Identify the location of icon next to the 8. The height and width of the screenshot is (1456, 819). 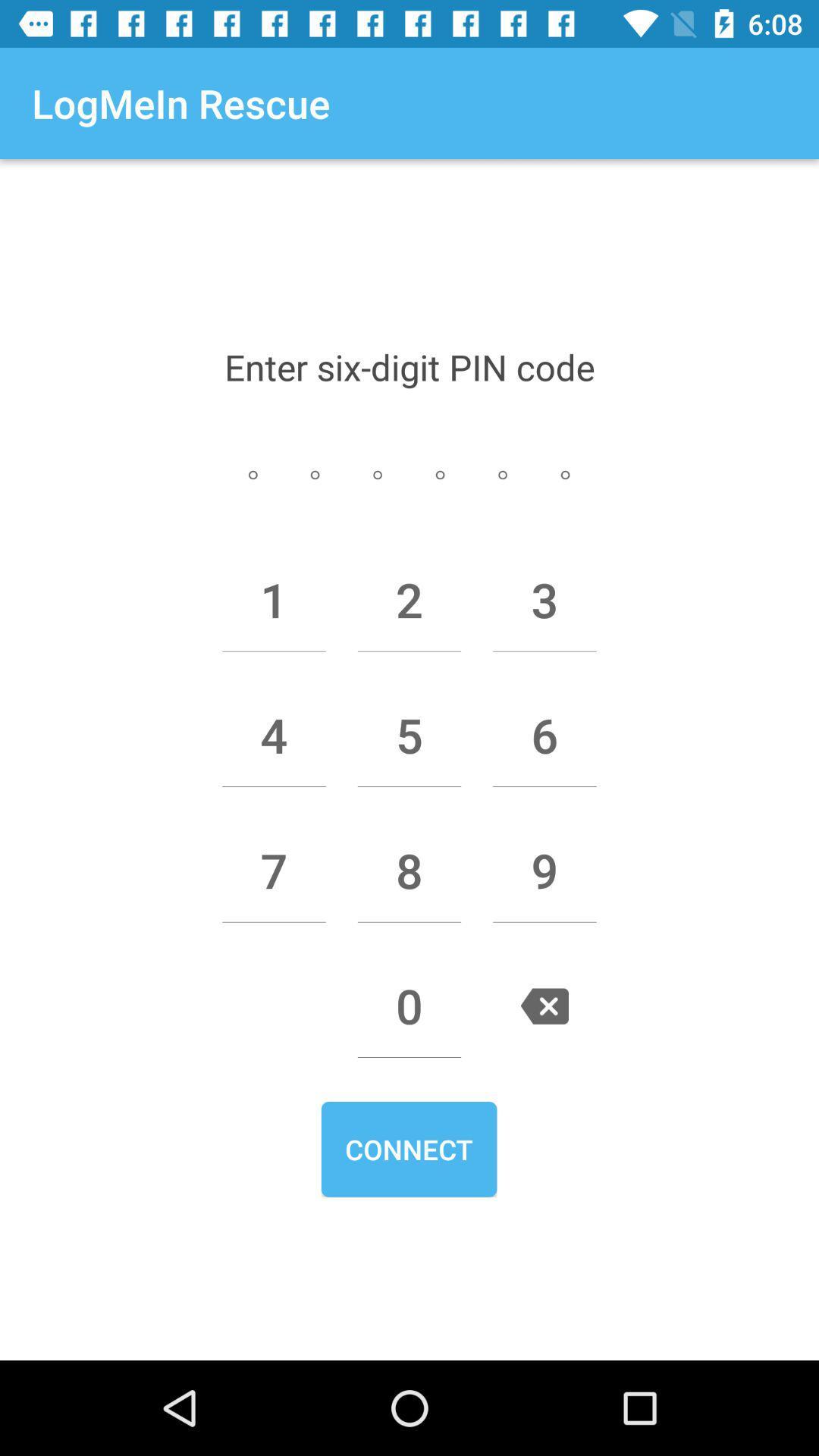
(544, 871).